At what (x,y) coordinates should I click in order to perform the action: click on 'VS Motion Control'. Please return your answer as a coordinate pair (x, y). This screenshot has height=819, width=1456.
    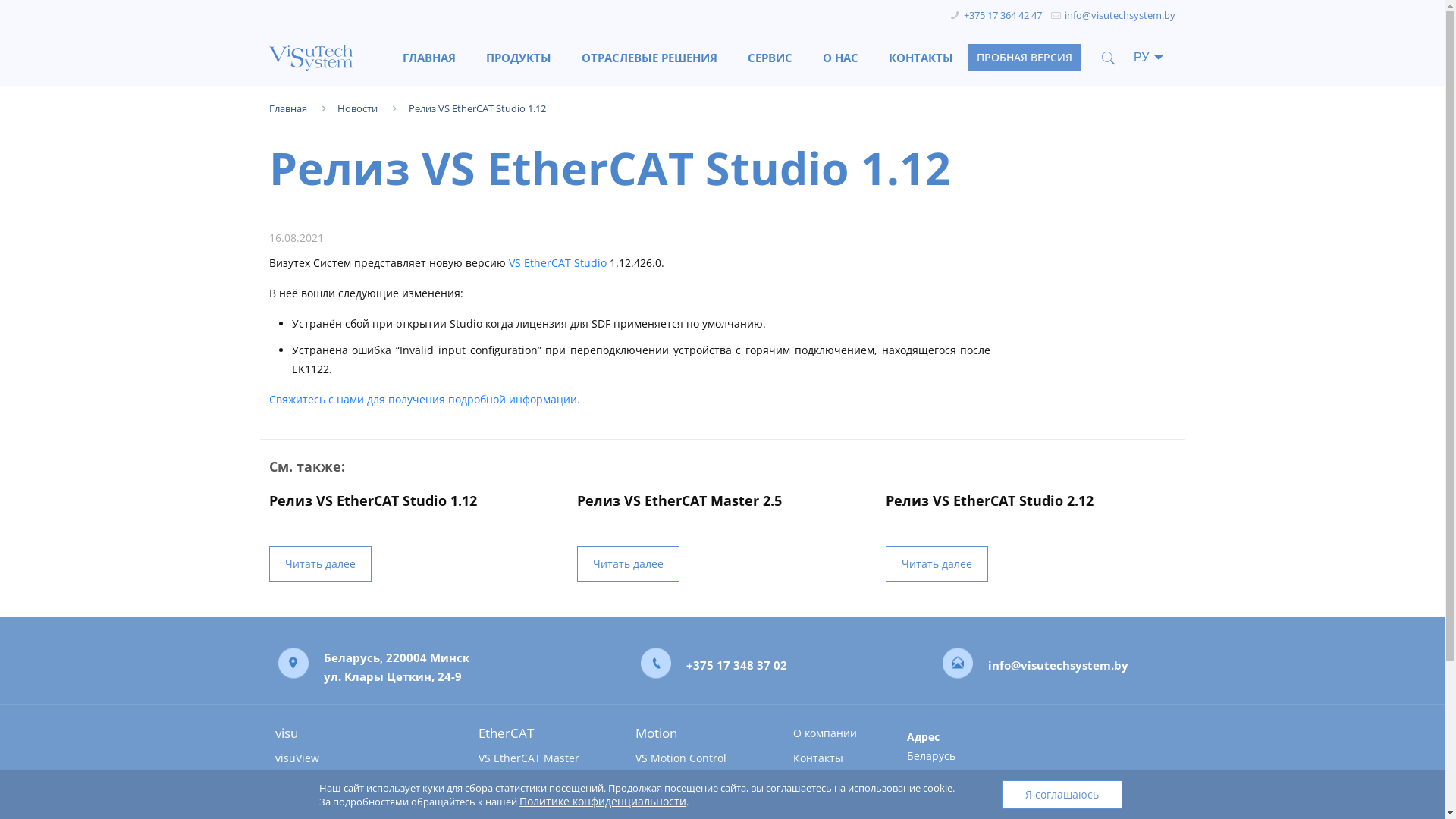
    Looking at the image, I should click on (695, 758).